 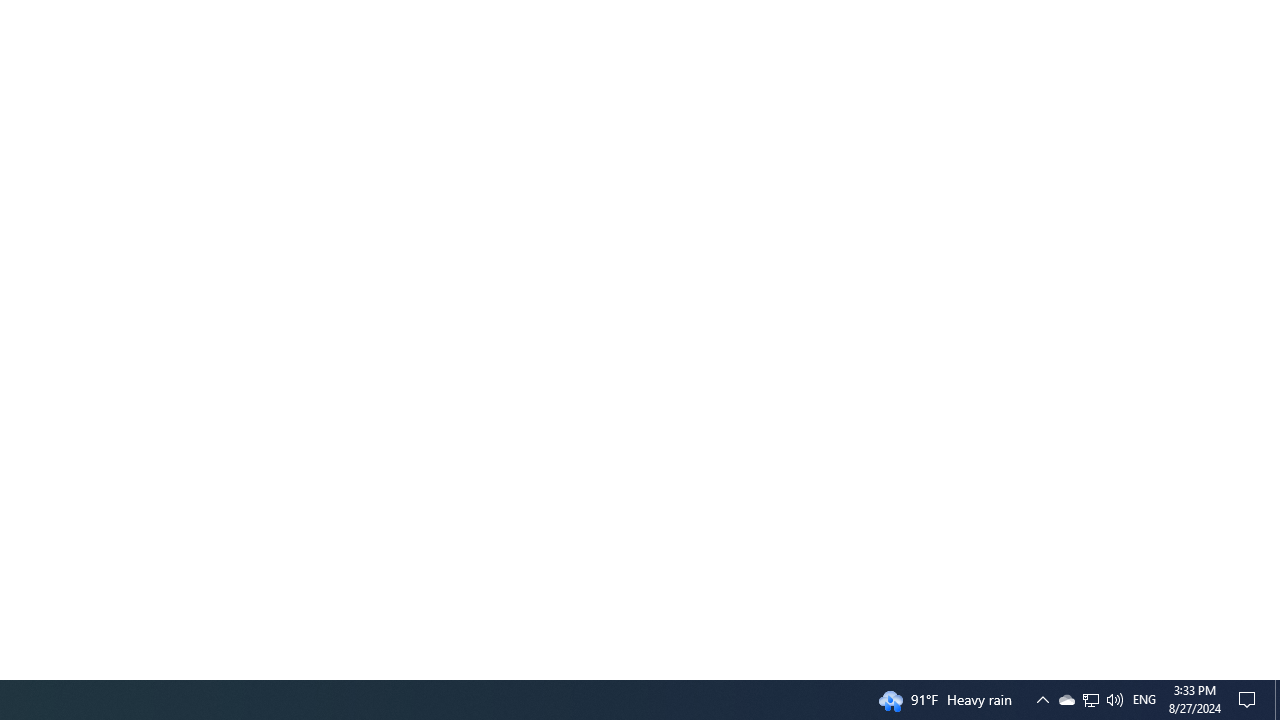 What do you see at coordinates (1113, 698) in the screenshot?
I see `'Q2790: 100%'` at bounding box center [1113, 698].